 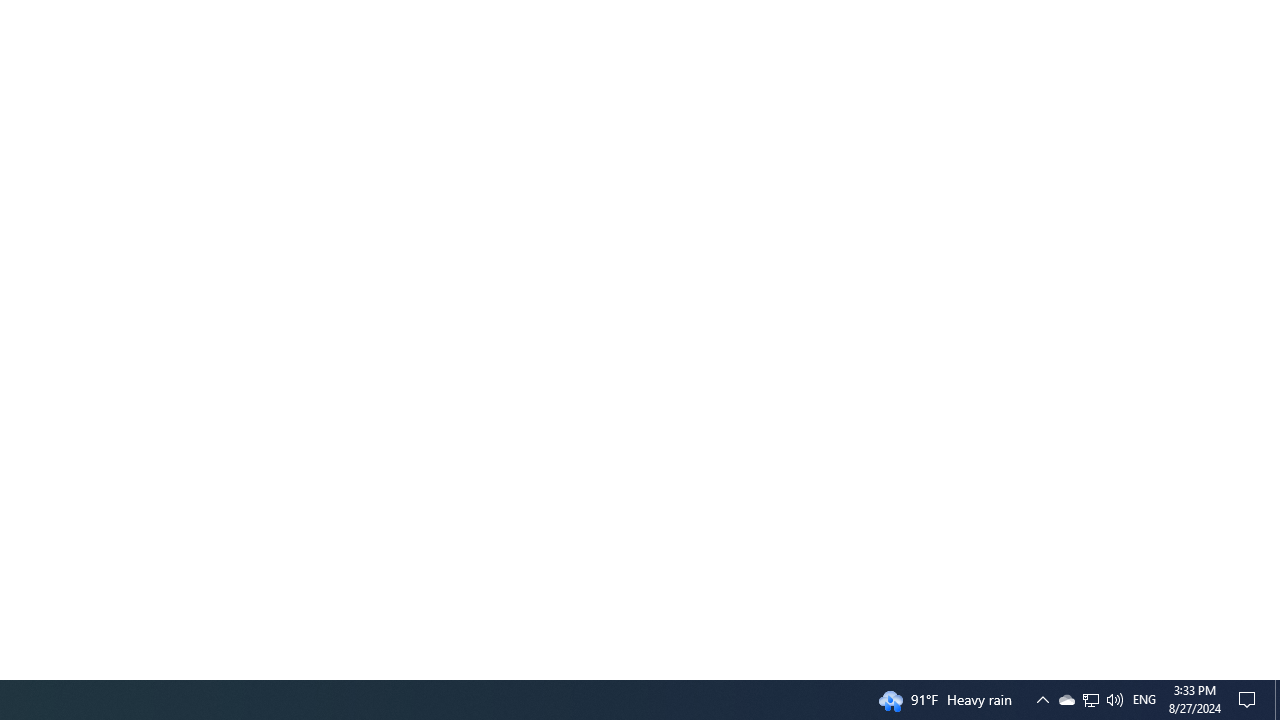 What do you see at coordinates (1113, 698) in the screenshot?
I see `'Q2790: 100%'` at bounding box center [1113, 698].